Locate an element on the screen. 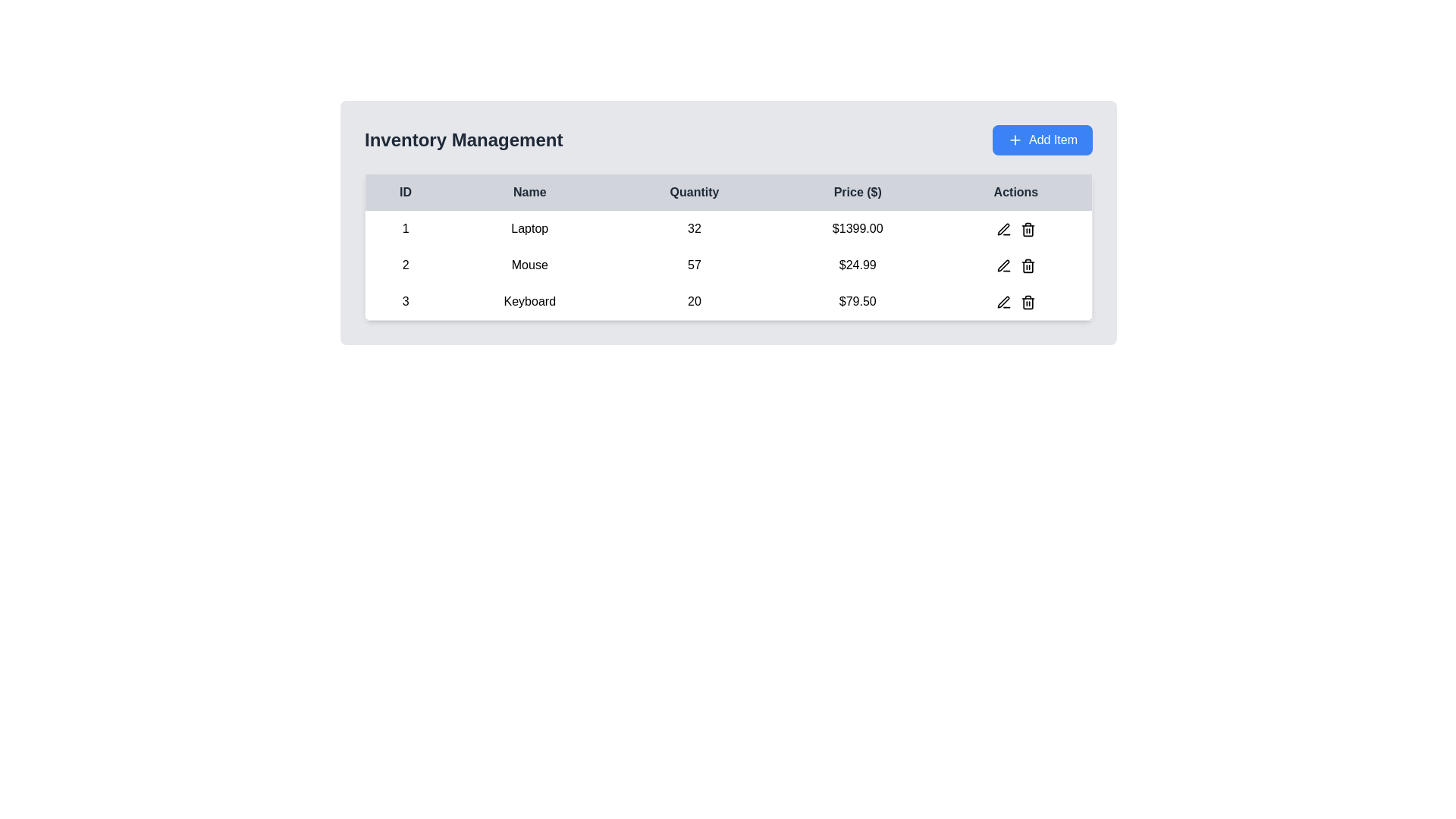  the table header cell labeled 'Price ($)', which is styled in bold, dark-gray text on a light gray background is located at coordinates (858, 191).